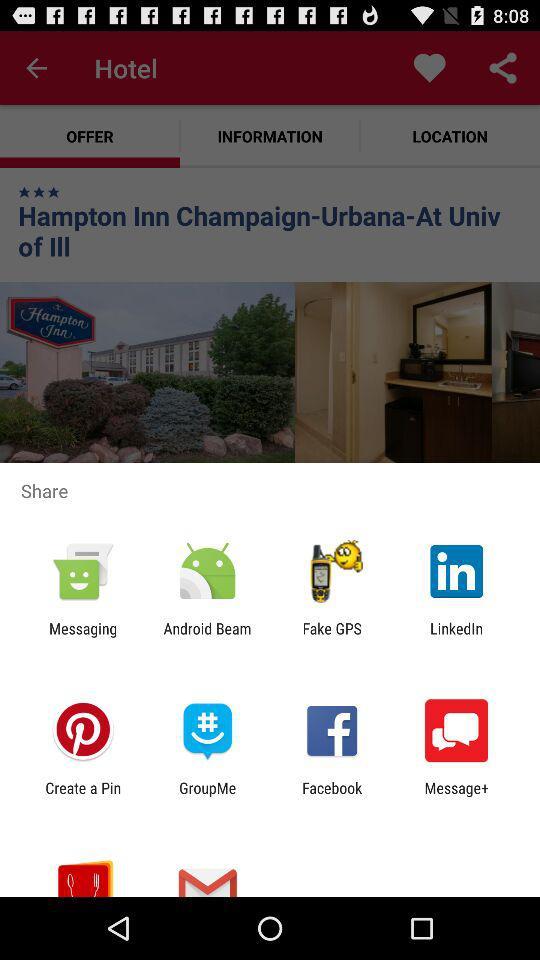 The image size is (540, 960). Describe the element at coordinates (456, 796) in the screenshot. I see `app next to facebook item` at that location.